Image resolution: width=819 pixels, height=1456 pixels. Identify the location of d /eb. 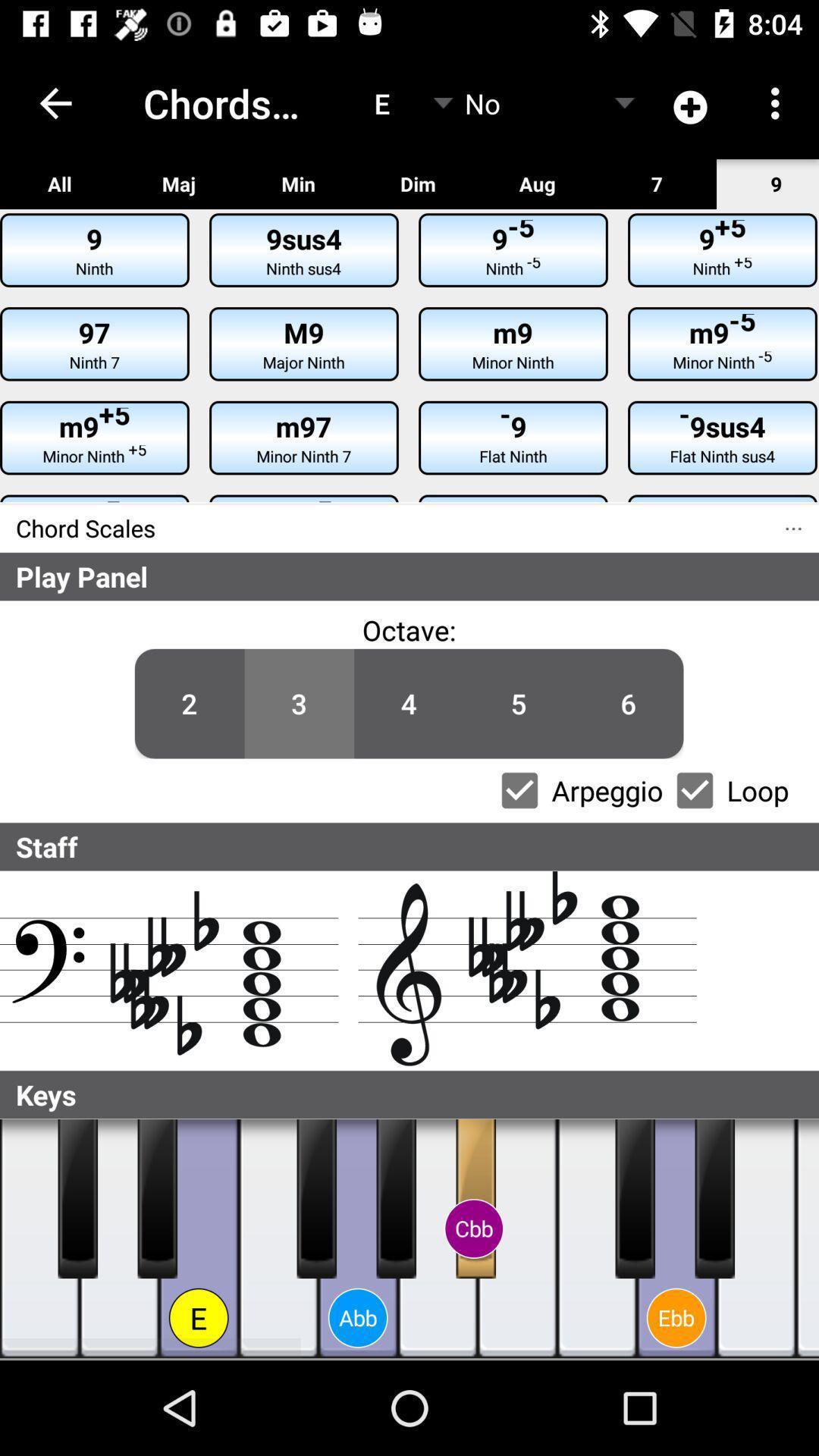
(157, 1197).